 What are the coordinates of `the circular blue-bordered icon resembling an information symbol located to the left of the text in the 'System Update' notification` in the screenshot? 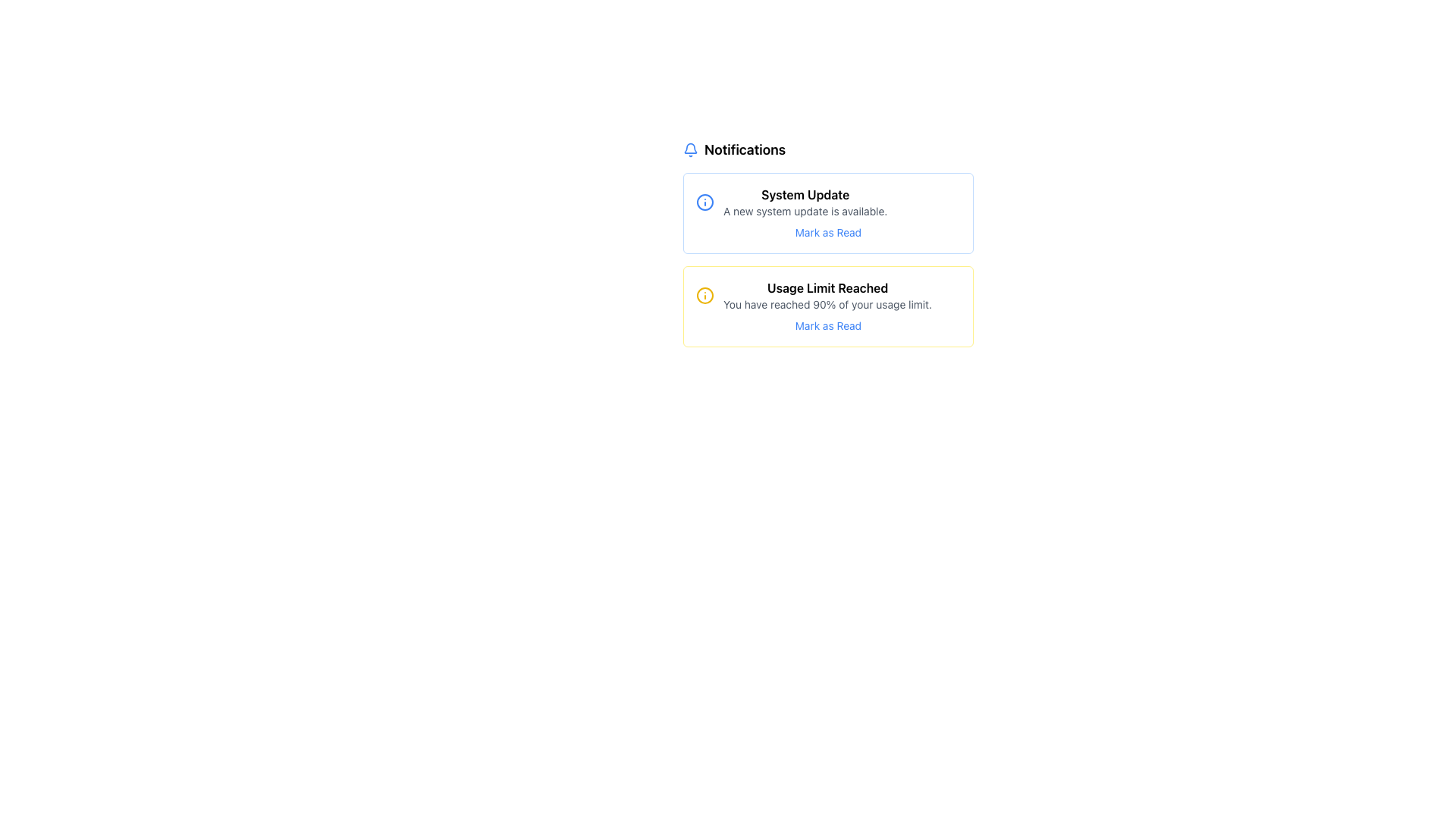 It's located at (704, 201).